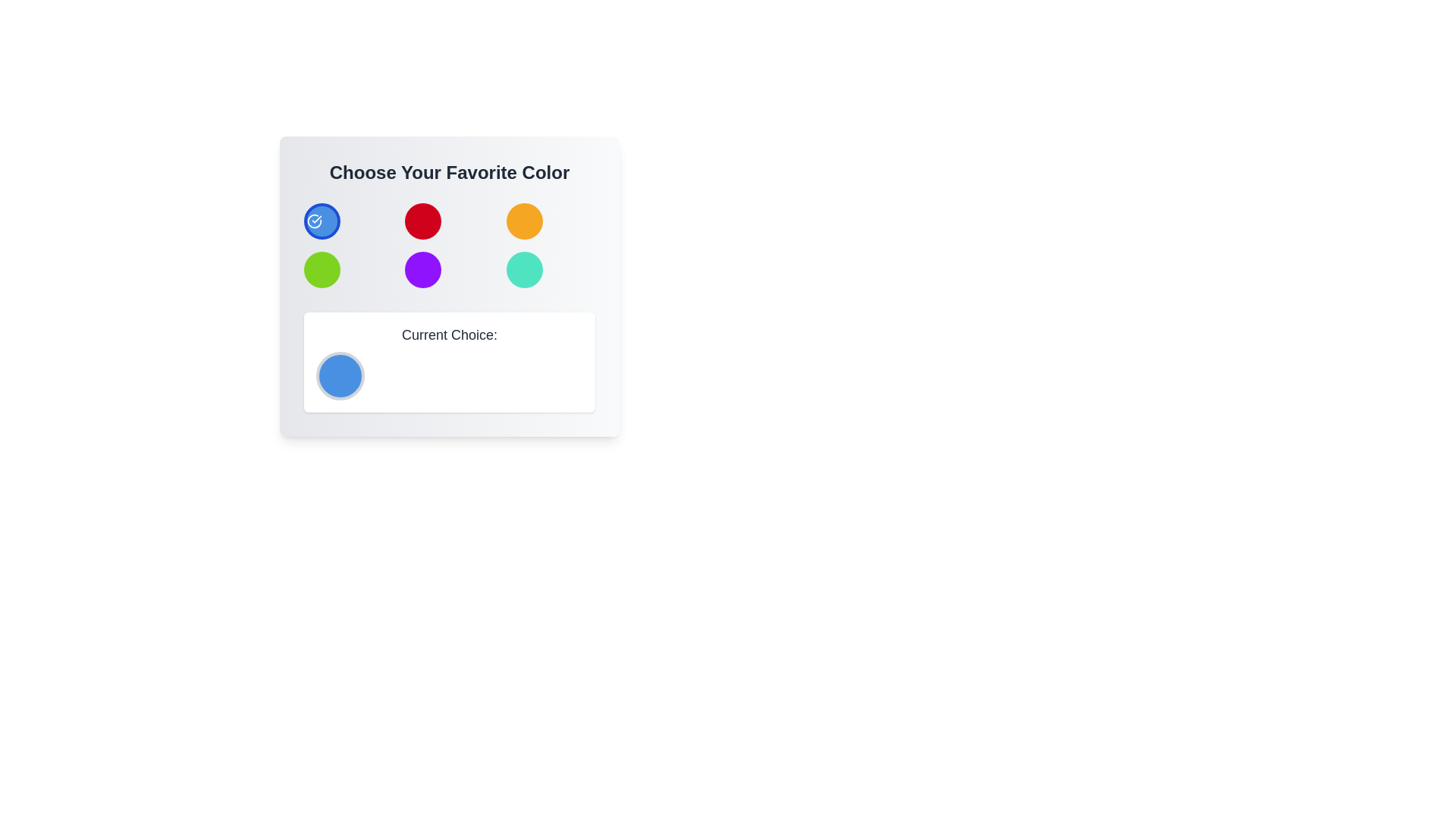 This screenshot has width=1456, height=819. I want to click on the circular button in the 'Choose Your Favorite Color' section to enlarge it, which is the second button in the second row of a 3x3 grid, so click(423, 268).